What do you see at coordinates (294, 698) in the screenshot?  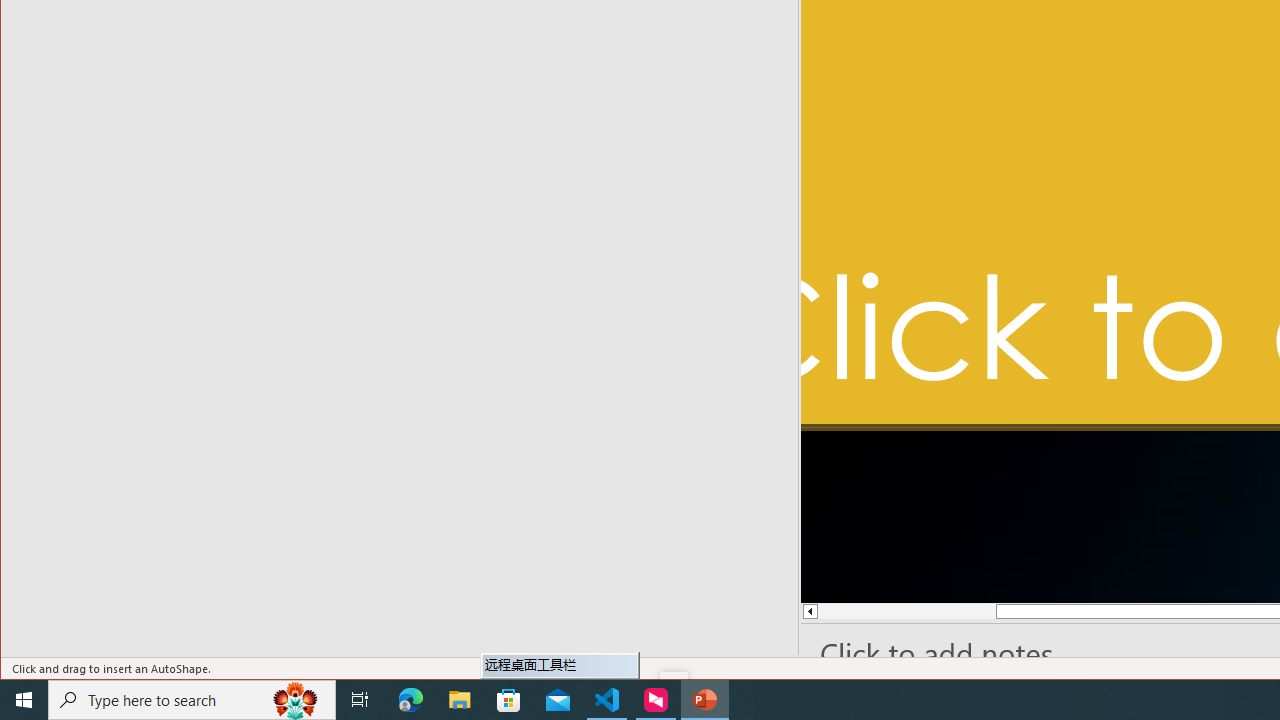 I see `'Search highlights icon opens search home window'` at bounding box center [294, 698].